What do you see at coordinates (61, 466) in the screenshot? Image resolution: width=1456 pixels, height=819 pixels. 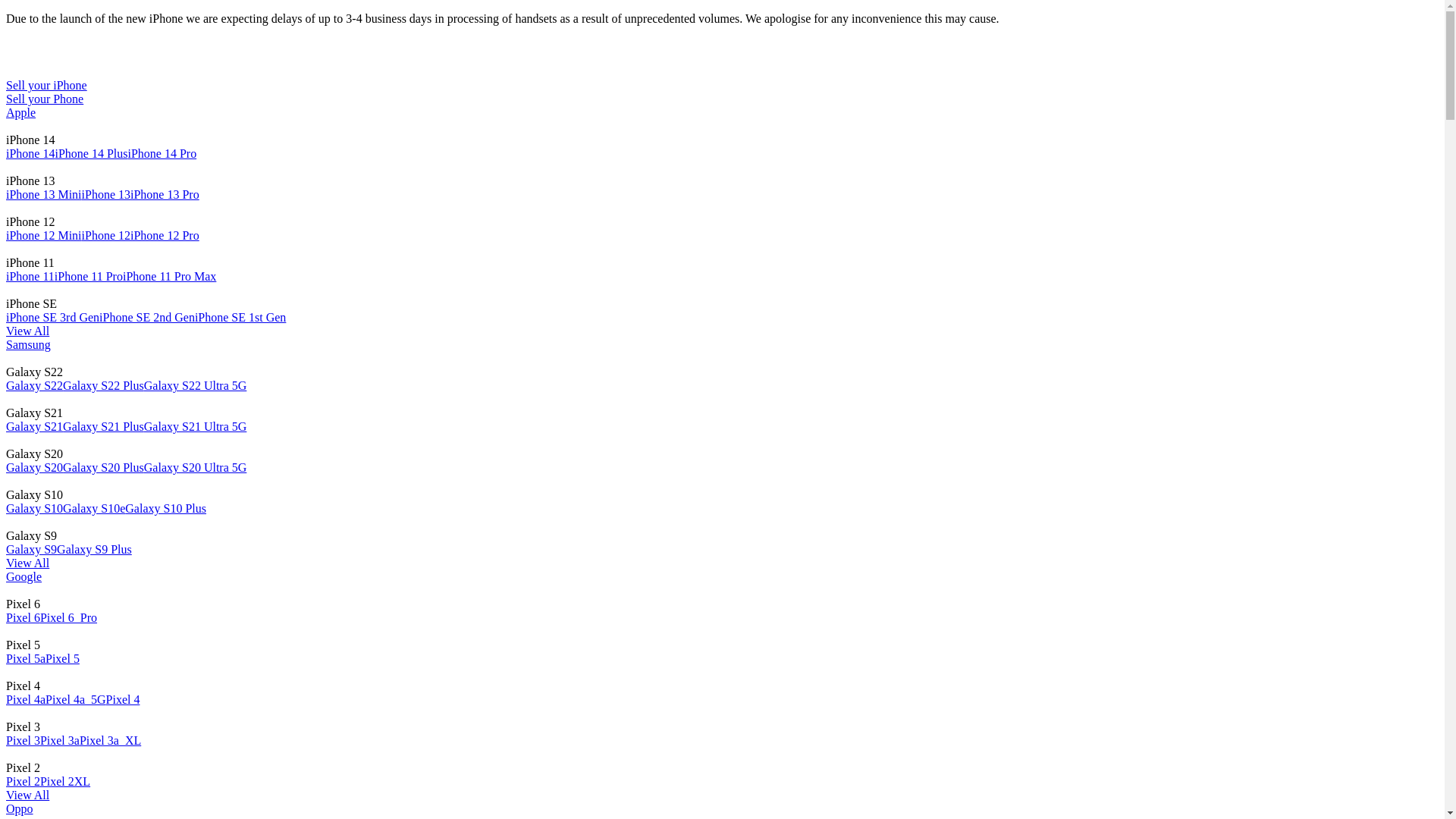 I see `'Galaxy S20 Plus'` at bounding box center [61, 466].